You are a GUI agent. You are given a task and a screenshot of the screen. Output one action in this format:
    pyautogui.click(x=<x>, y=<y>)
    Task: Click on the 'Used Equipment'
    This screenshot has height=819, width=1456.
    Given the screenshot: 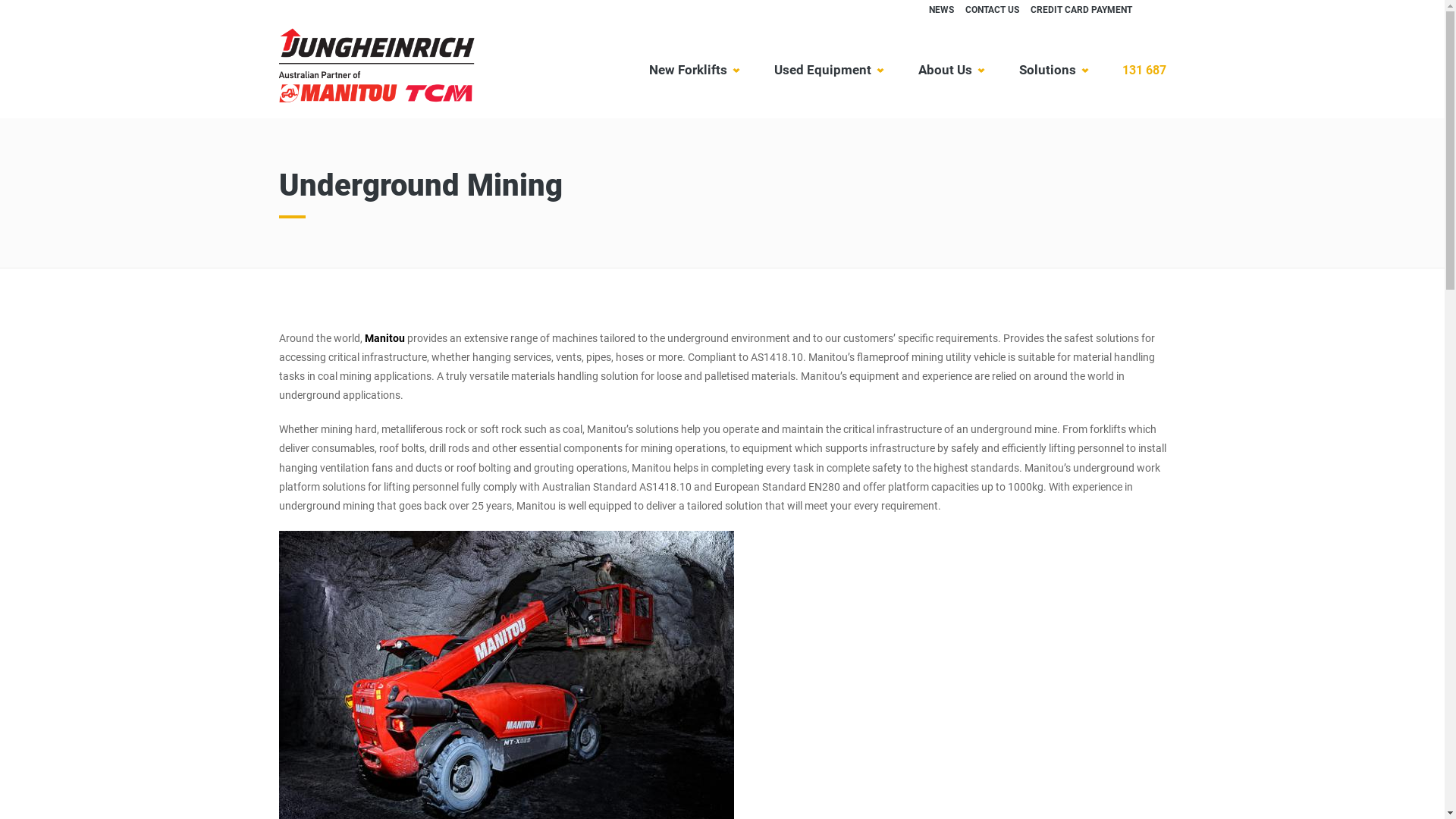 What is the action you would take?
    pyautogui.click(x=773, y=70)
    